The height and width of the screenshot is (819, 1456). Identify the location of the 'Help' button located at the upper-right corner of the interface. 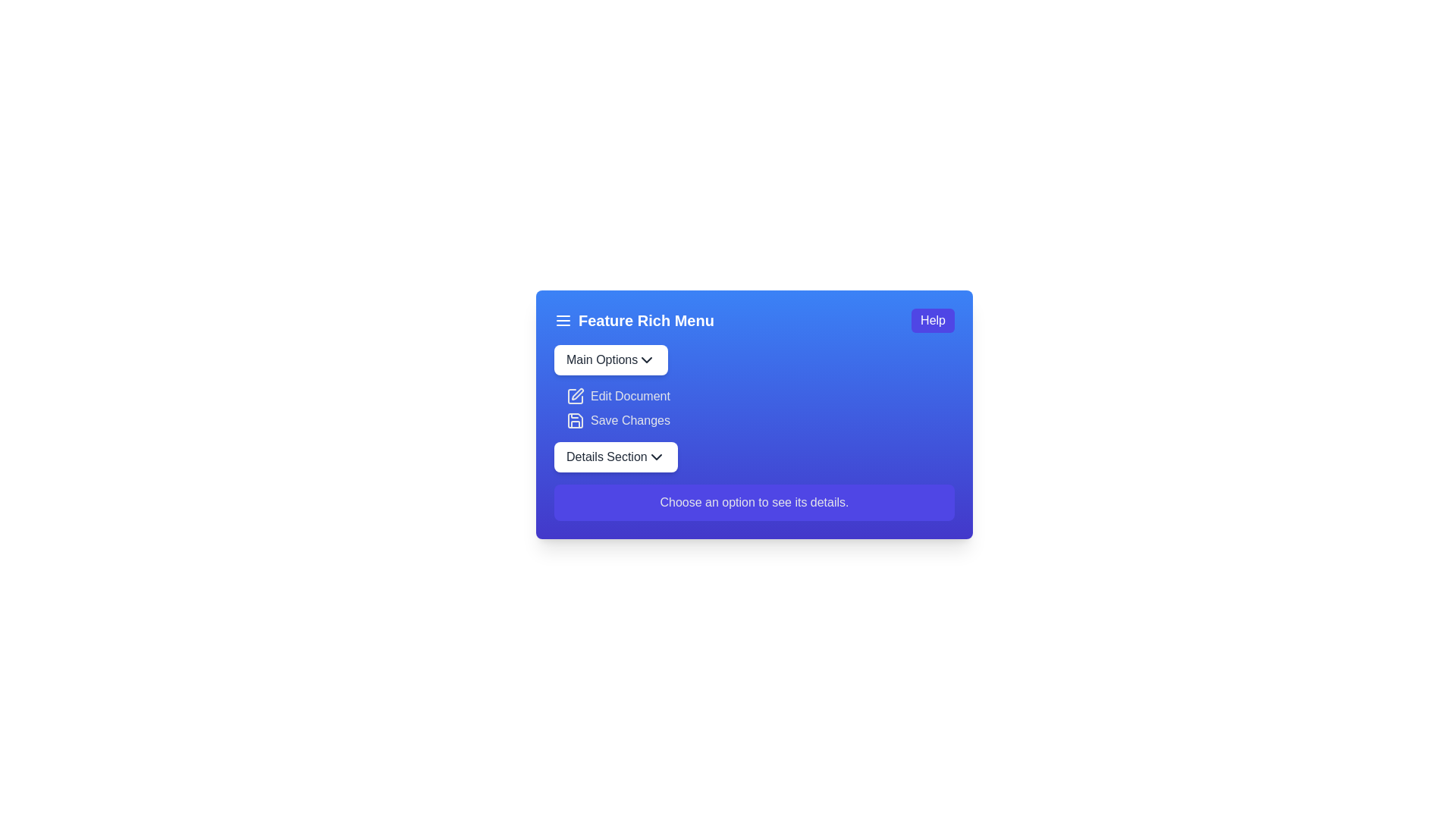
(932, 320).